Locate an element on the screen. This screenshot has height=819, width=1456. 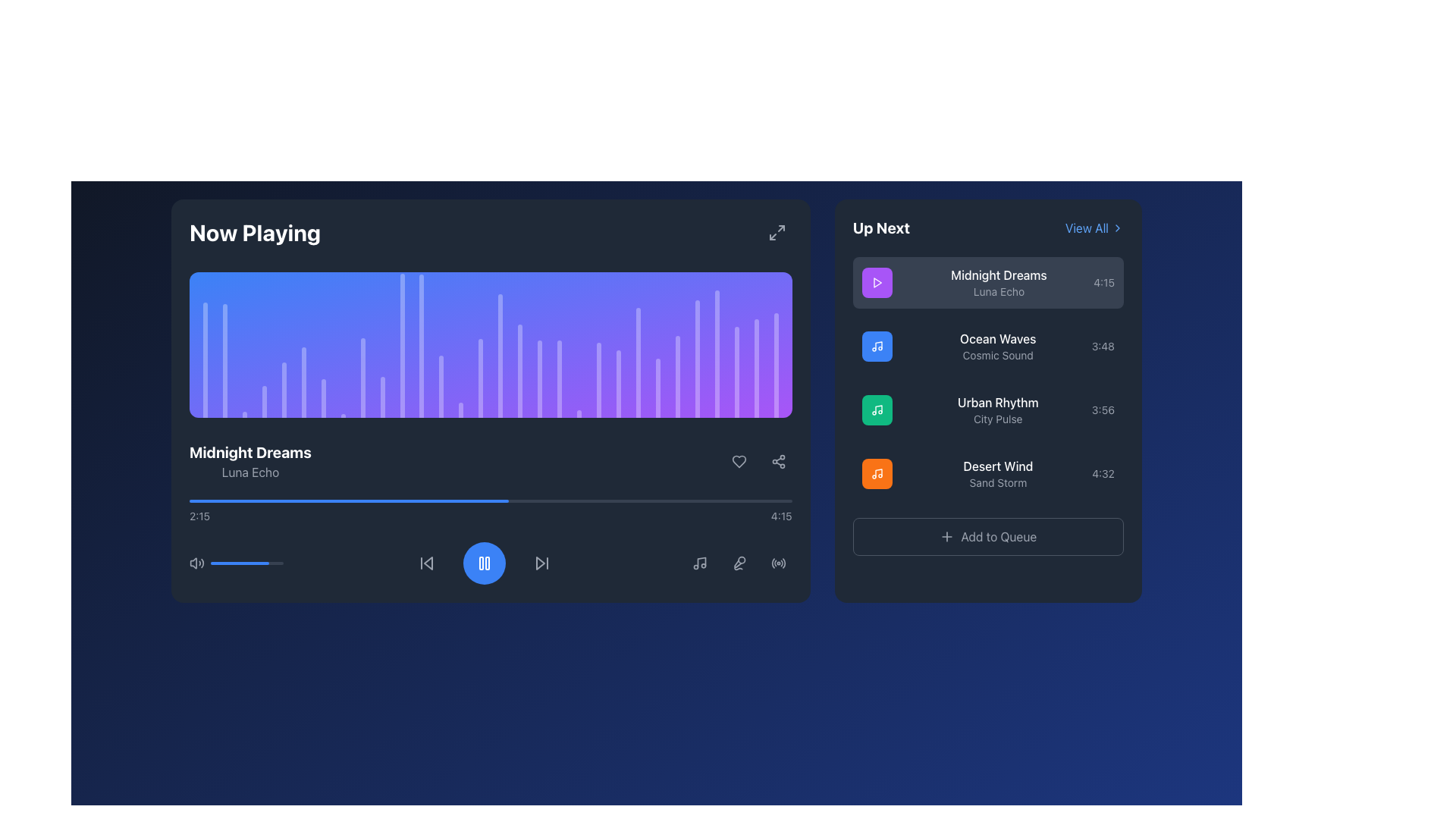
the circular button with radio wave graphics located in the bottom-right corner of the 'Now Playing' interface is located at coordinates (778, 563).